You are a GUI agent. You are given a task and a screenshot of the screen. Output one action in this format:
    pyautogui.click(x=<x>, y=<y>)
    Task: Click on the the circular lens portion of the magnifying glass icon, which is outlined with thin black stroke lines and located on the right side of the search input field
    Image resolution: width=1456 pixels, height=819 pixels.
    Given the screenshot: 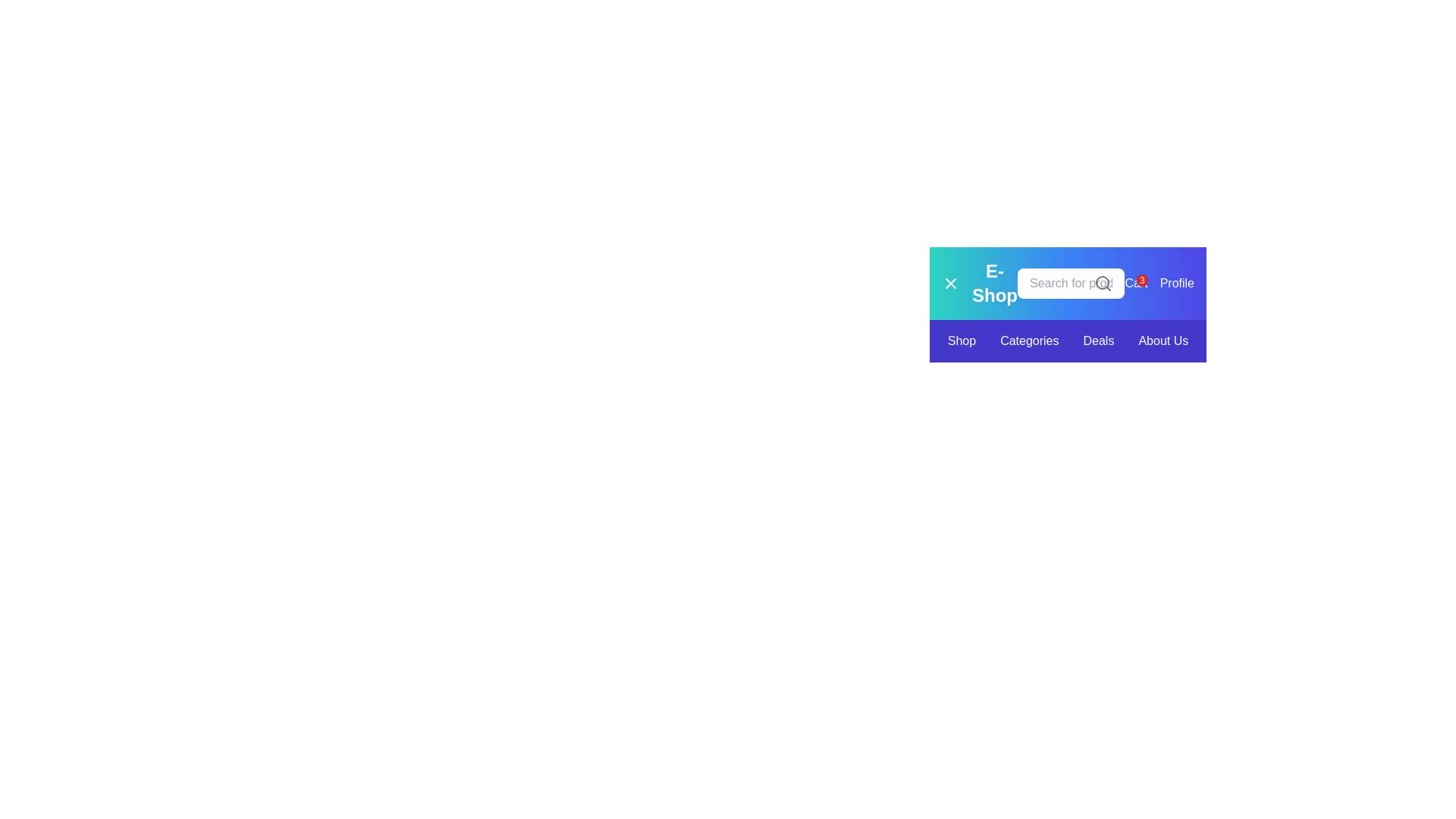 What is the action you would take?
    pyautogui.click(x=1103, y=283)
    